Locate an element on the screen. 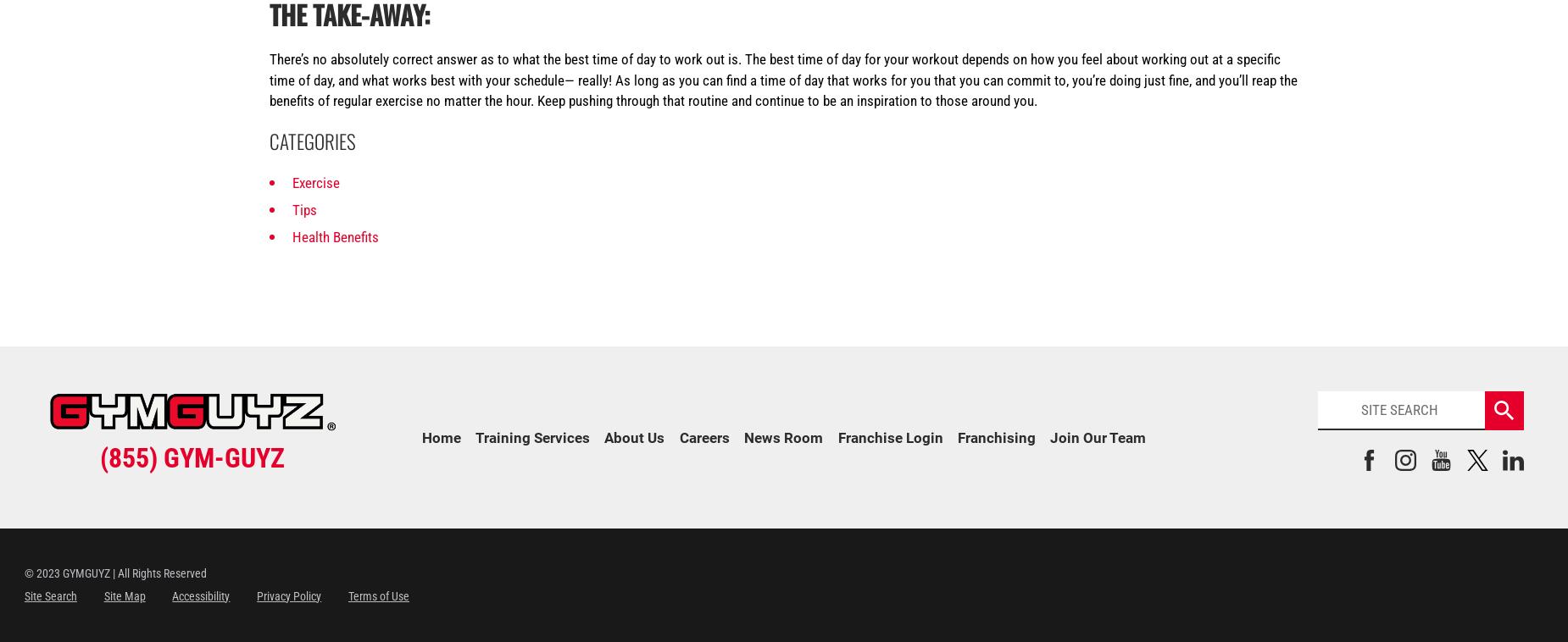 Image resolution: width=1568 pixels, height=642 pixels. 'Health Benefits' is located at coordinates (290, 236).